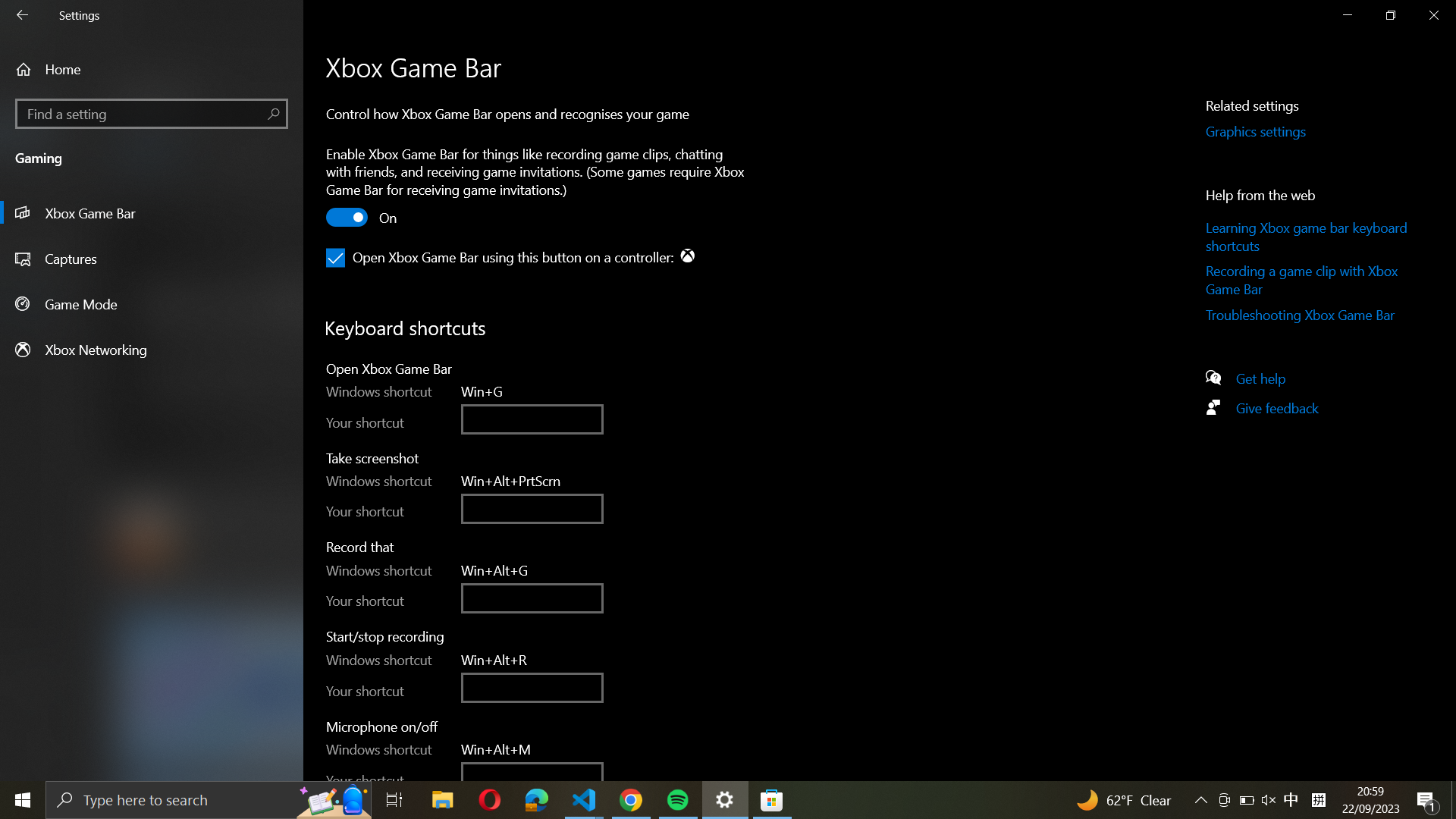 The image size is (1456, 819). What do you see at coordinates (1267, 376) in the screenshot?
I see `the Help section` at bounding box center [1267, 376].